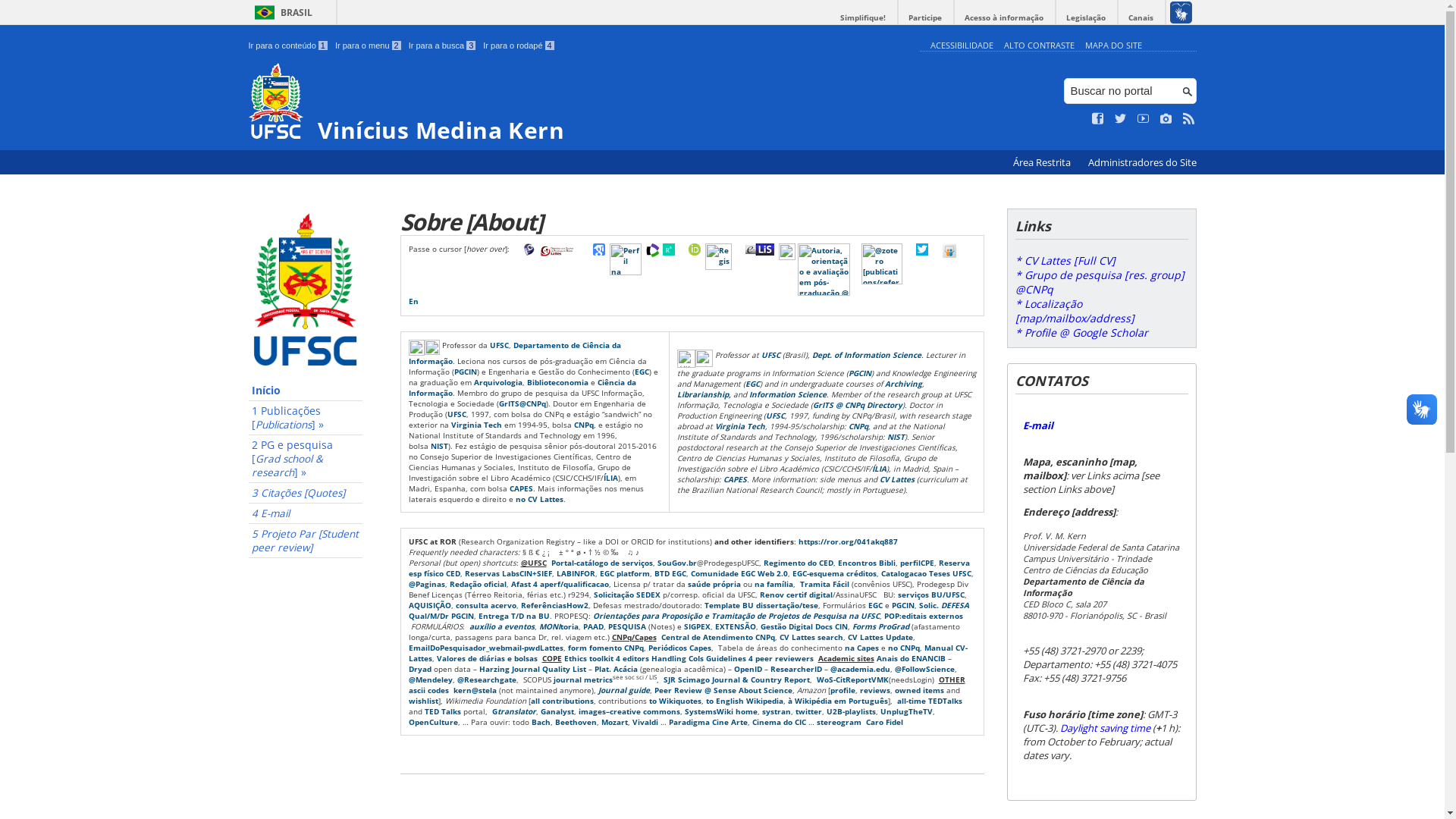 This screenshot has width=1456, height=819. I want to click on '@zotero [publications/reference management]', so click(881, 262).